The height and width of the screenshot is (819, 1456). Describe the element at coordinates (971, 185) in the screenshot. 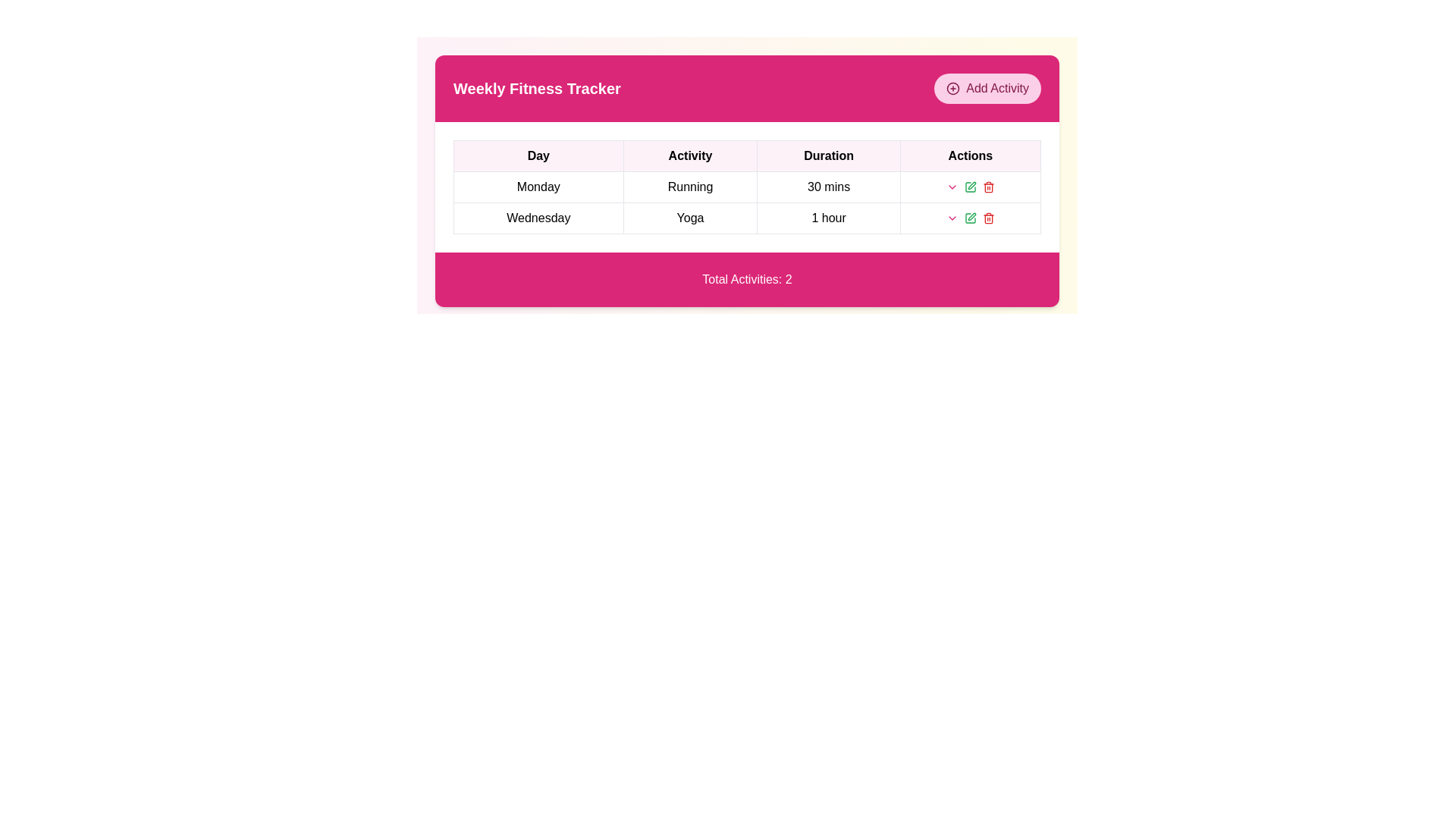

I see `the edit icon (a small pen-shaped icon) located in the 'Actions' column for Wednesday's 'Yoga' activity to initiate editing for that row` at that location.